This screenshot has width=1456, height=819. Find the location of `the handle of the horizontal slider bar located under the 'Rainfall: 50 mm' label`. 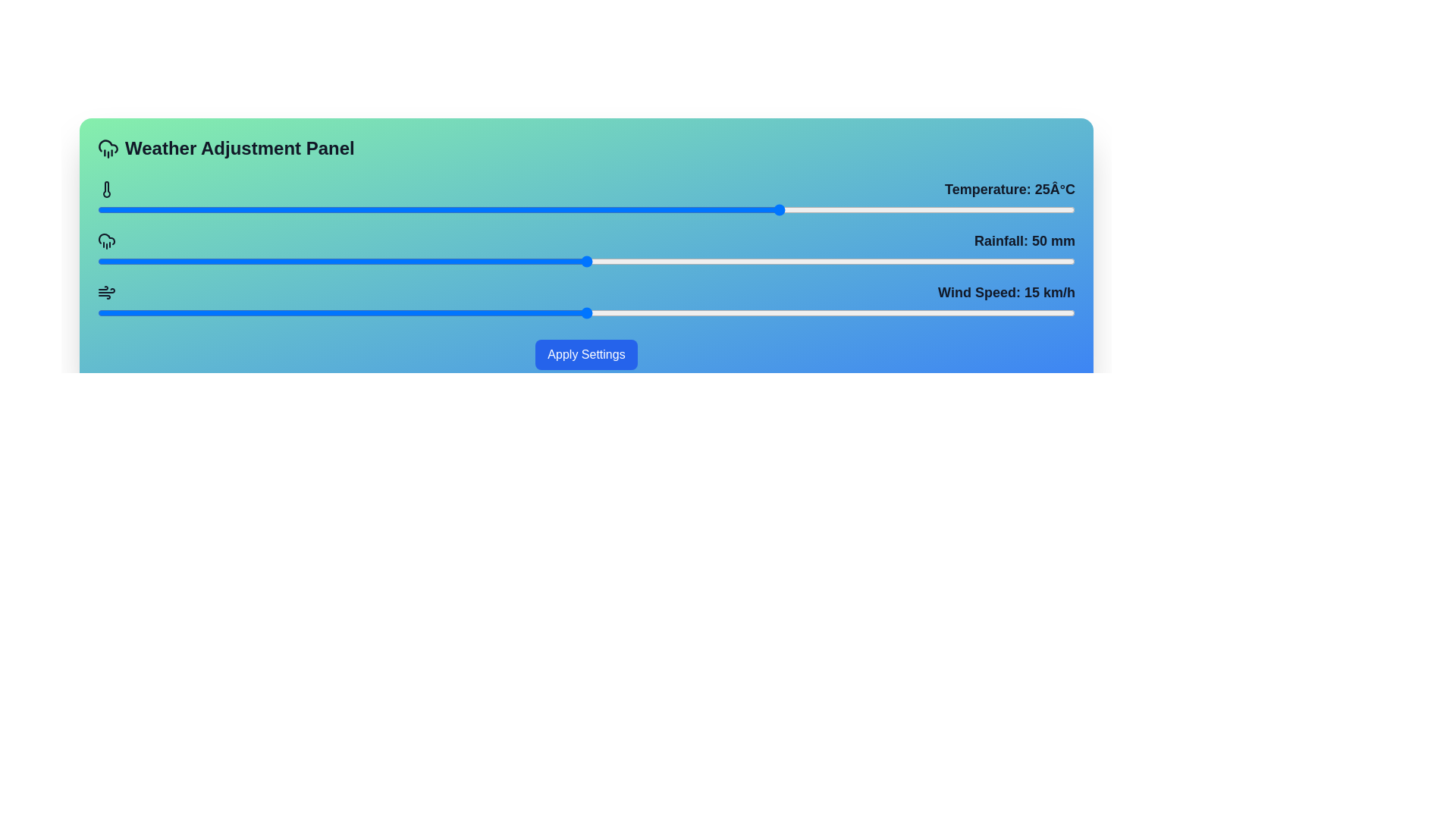

the handle of the horizontal slider bar located under the 'Rainfall: 50 mm' label is located at coordinates (585, 260).